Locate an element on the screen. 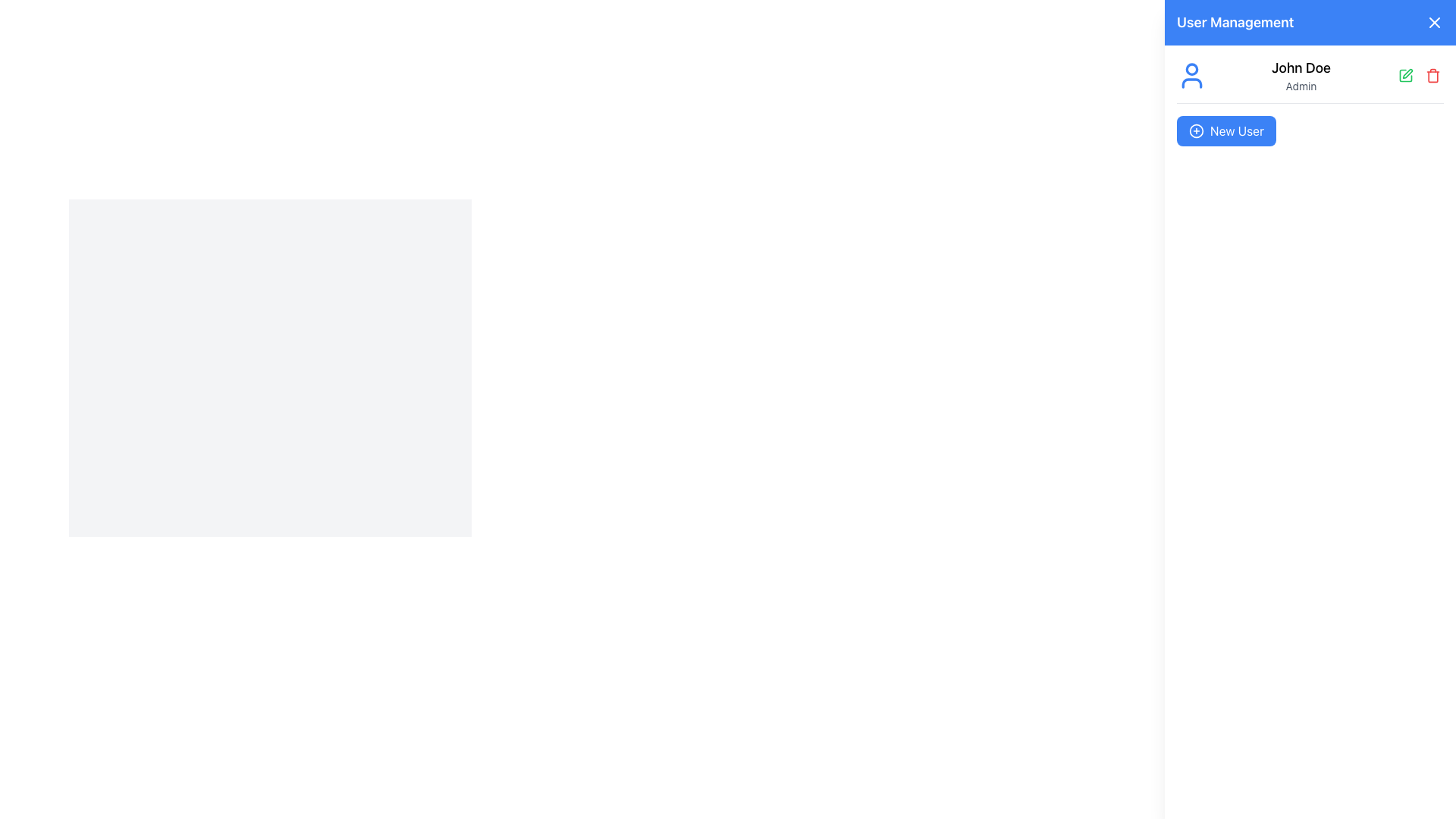 The width and height of the screenshot is (1456, 819). text label saying 'User Management' which is located in the header section of the interface, displayed in bold white font on a blue background is located at coordinates (1235, 23).